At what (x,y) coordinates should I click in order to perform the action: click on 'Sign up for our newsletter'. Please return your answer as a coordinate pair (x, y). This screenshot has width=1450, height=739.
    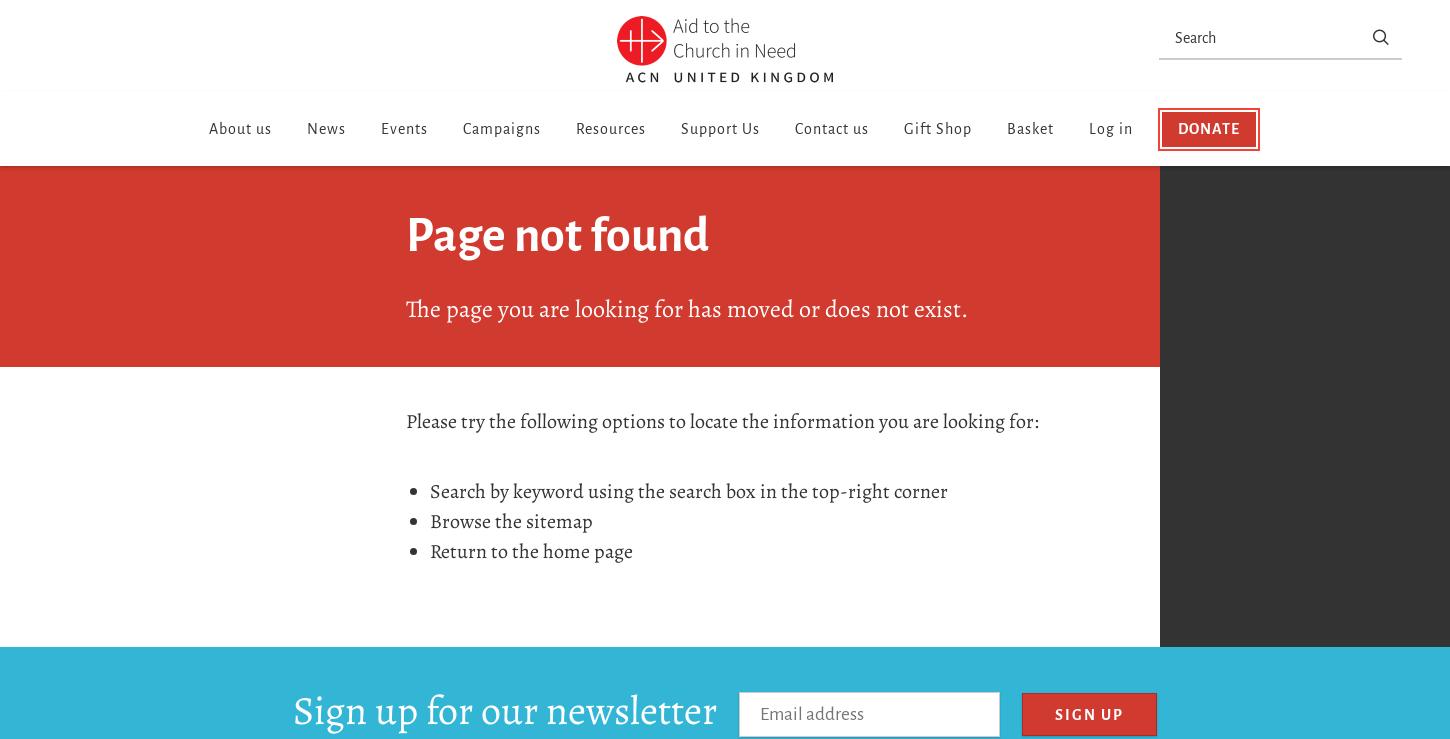
    Looking at the image, I should click on (505, 710).